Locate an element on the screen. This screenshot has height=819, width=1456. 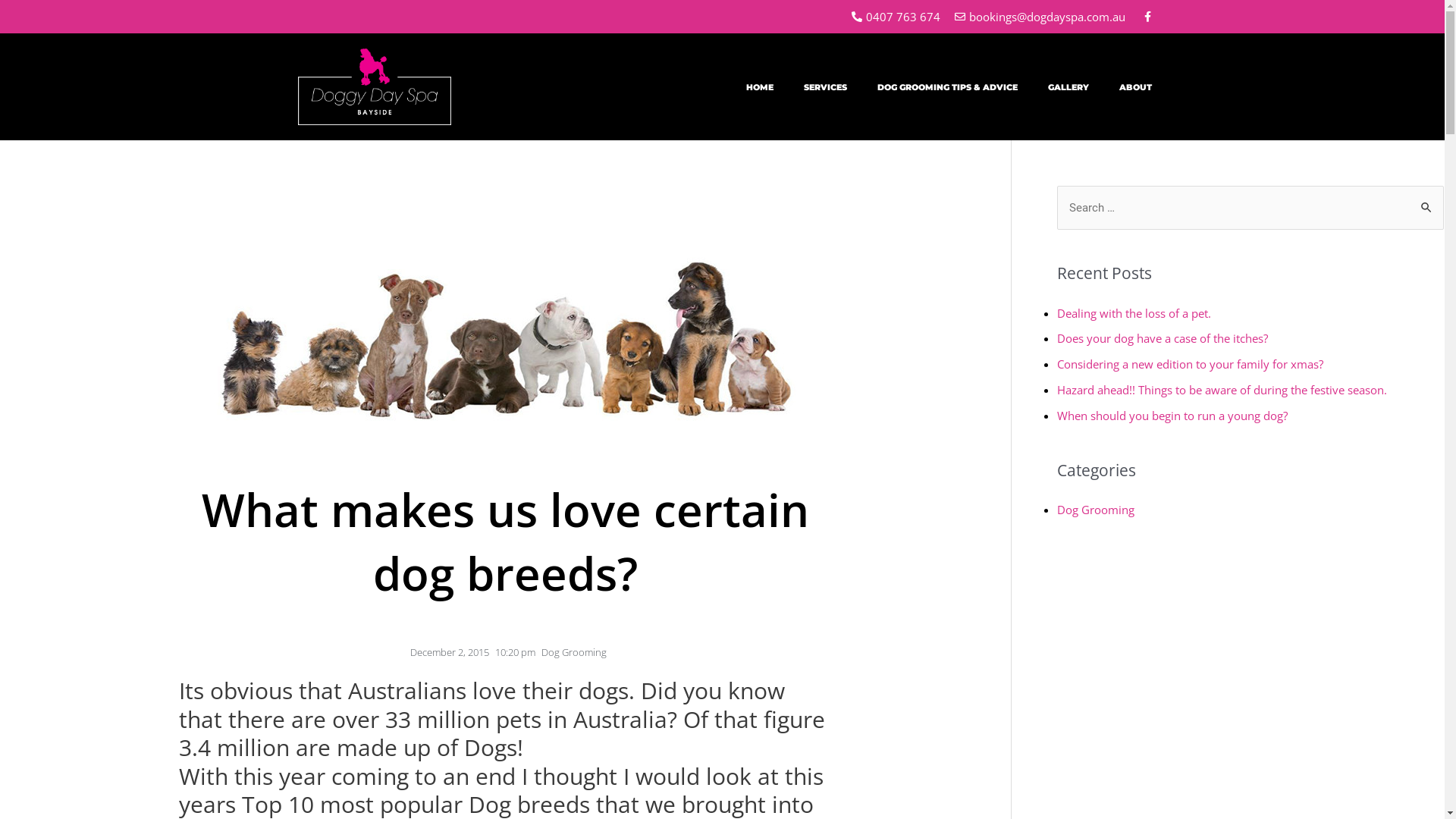
'When should you begin to run a young dog?' is located at coordinates (1171, 415).